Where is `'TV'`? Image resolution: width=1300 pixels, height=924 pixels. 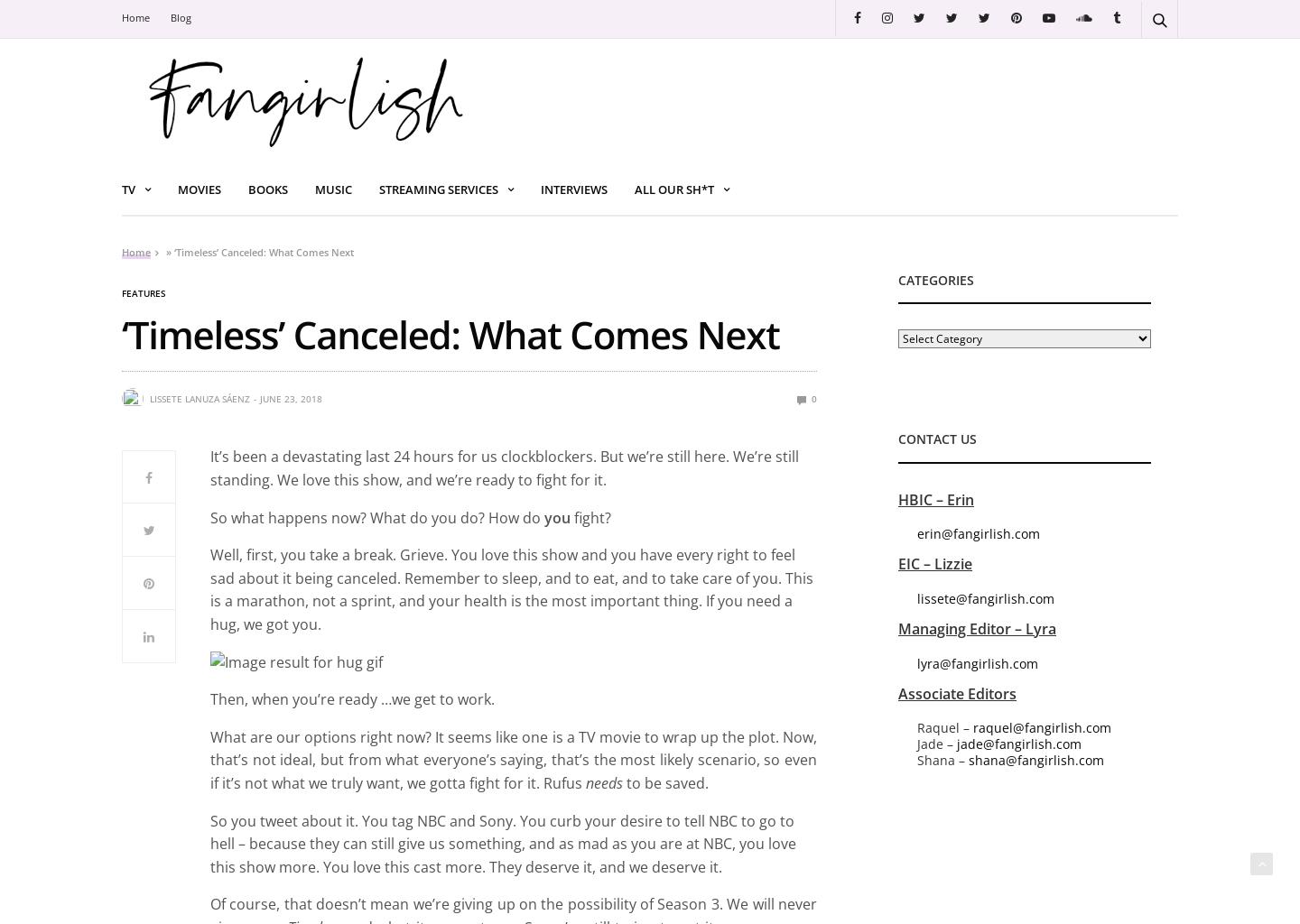 'TV' is located at coordinates (127, 189).